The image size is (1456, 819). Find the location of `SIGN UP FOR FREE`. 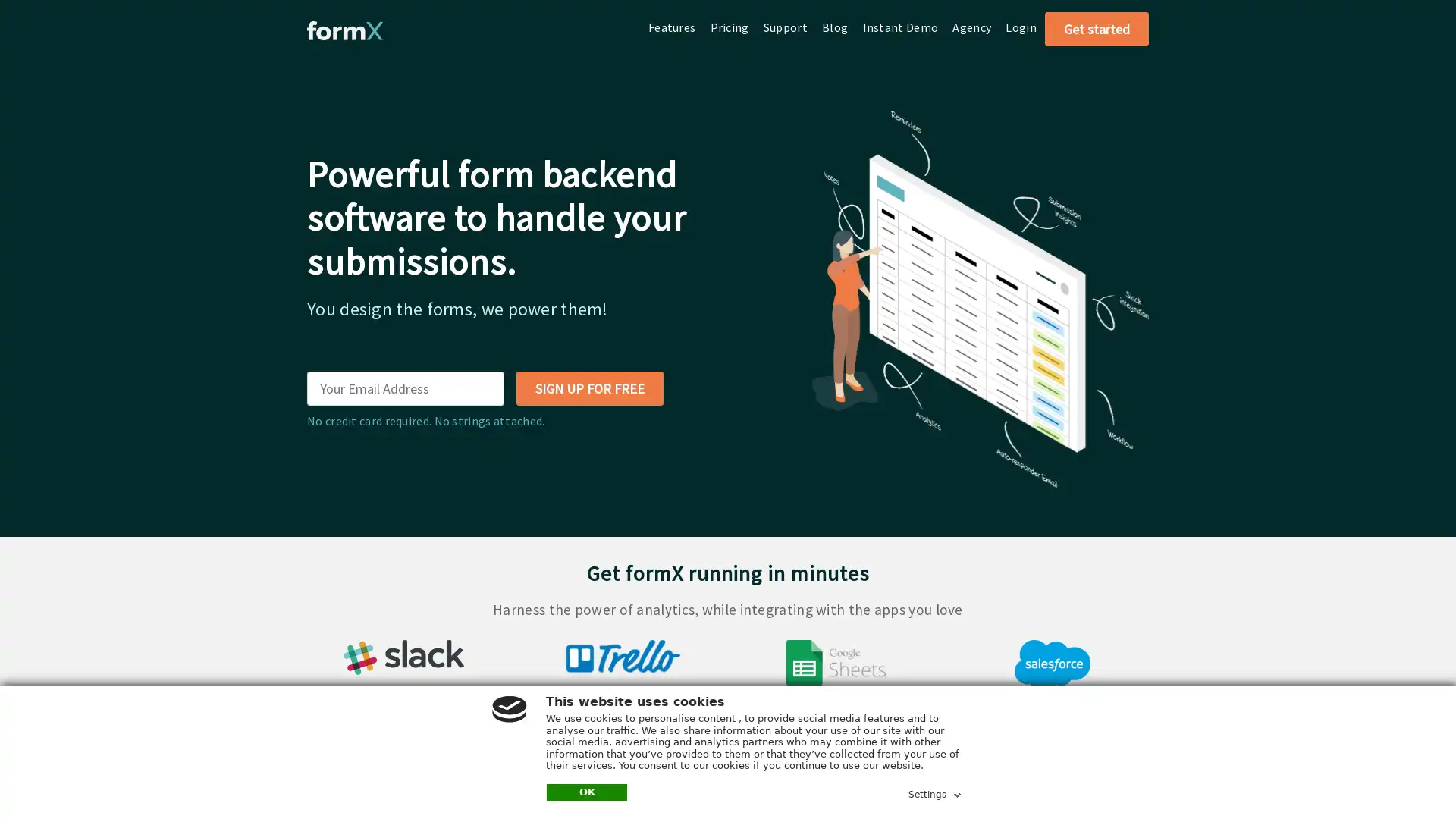

SIGN UP FOR FREE is located at coordinates (588, 388).